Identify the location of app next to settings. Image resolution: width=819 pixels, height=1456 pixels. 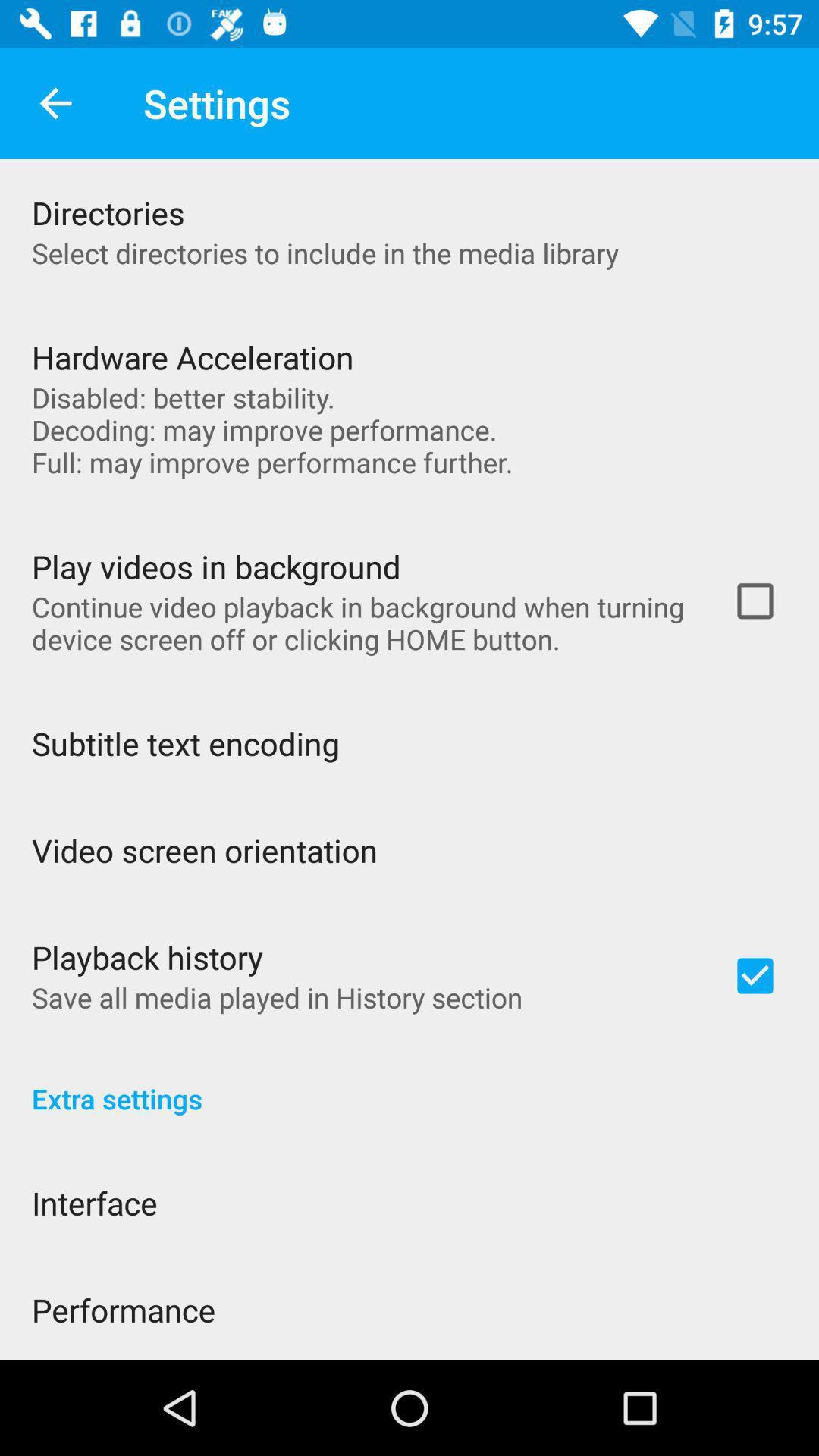
(55, 102).